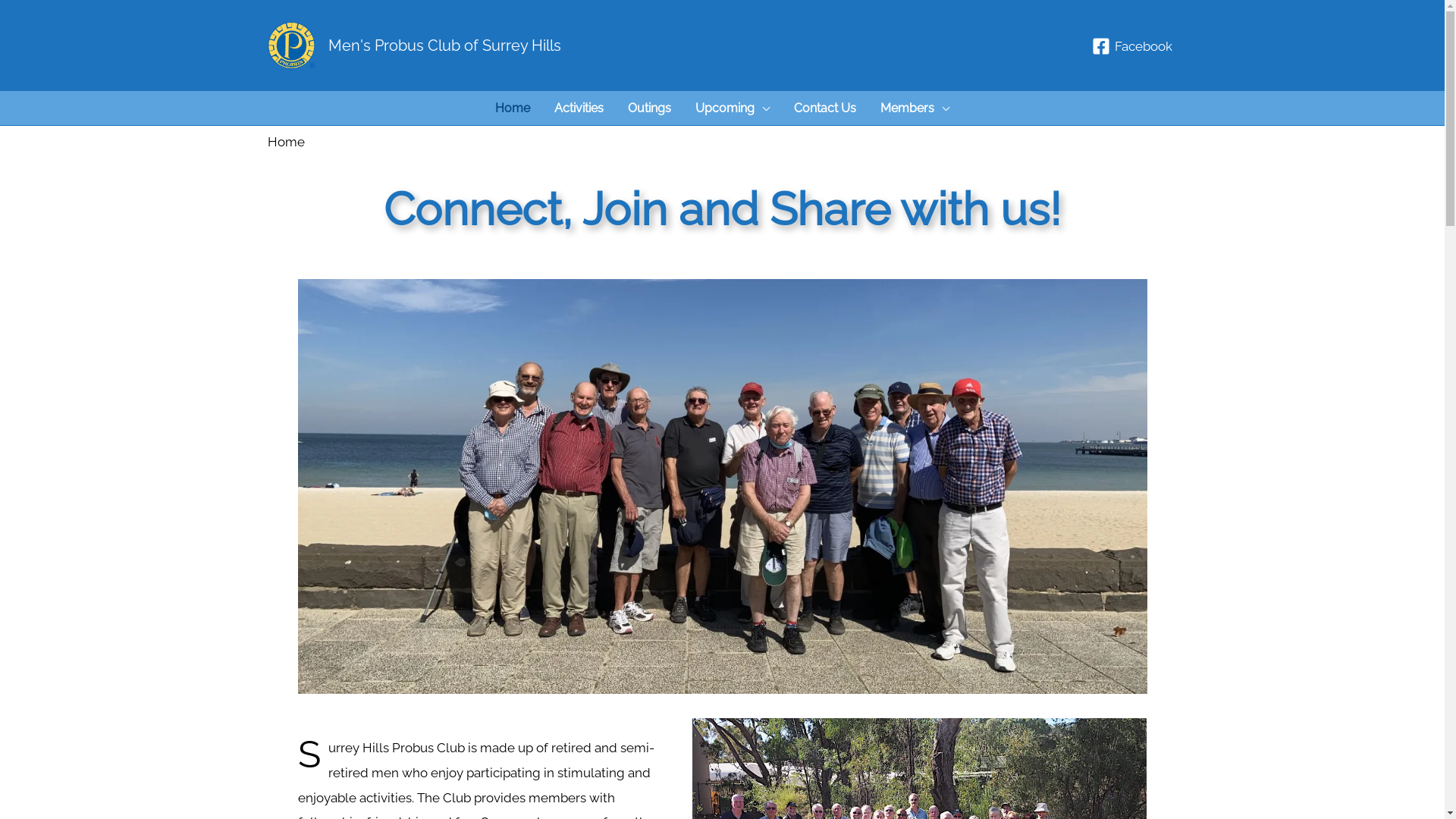 The height and width of the screenshot is (819, 1456). Describe the element at coordinates (542, 107) in the screenshot. I see `'Activities'` at that location.